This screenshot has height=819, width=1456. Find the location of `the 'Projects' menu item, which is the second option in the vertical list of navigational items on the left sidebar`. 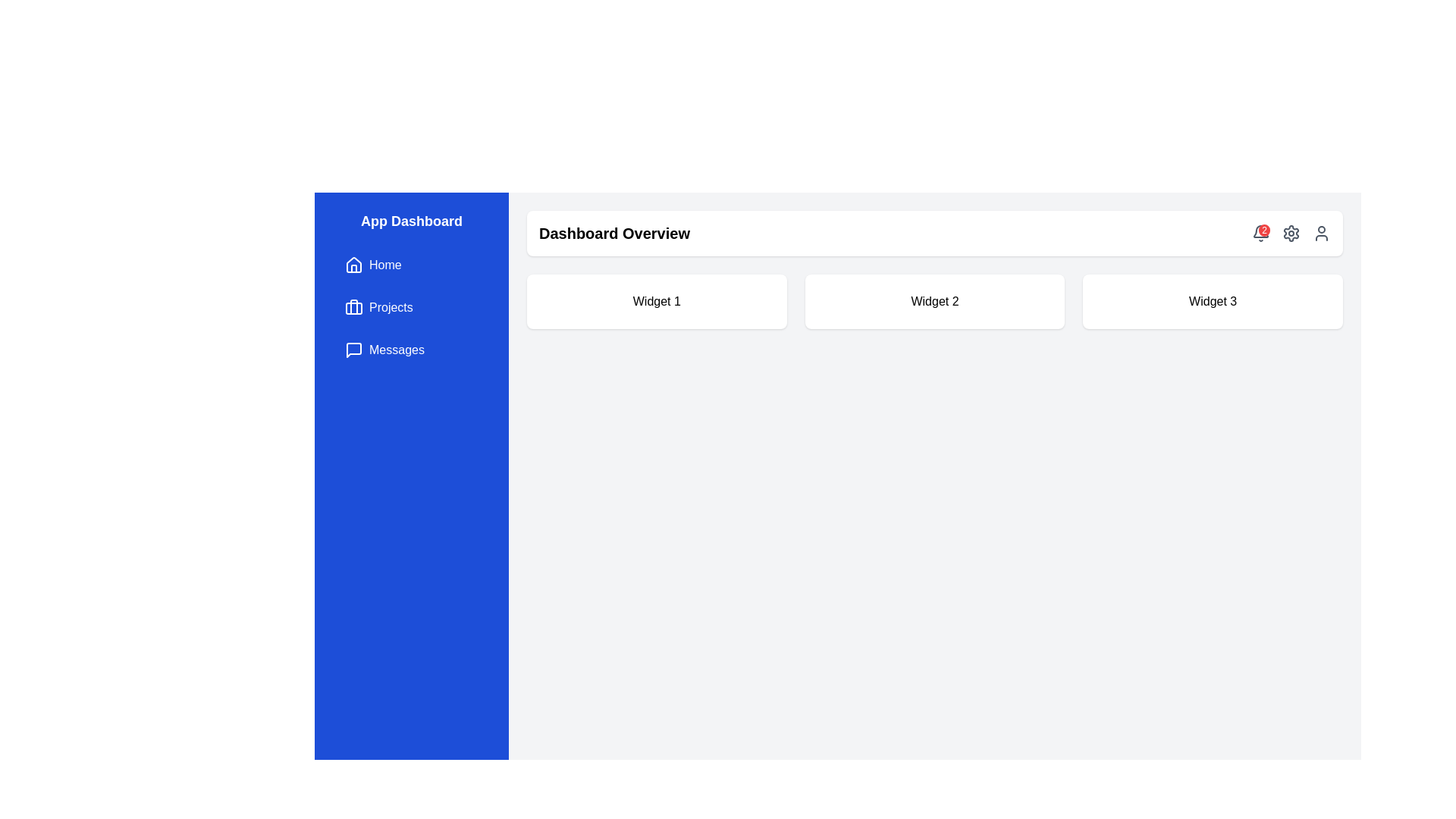

the 'Projects' menu item, which is the second option in the vertical list of navigational items on the left sidebar is located at coordinates (411, 307).